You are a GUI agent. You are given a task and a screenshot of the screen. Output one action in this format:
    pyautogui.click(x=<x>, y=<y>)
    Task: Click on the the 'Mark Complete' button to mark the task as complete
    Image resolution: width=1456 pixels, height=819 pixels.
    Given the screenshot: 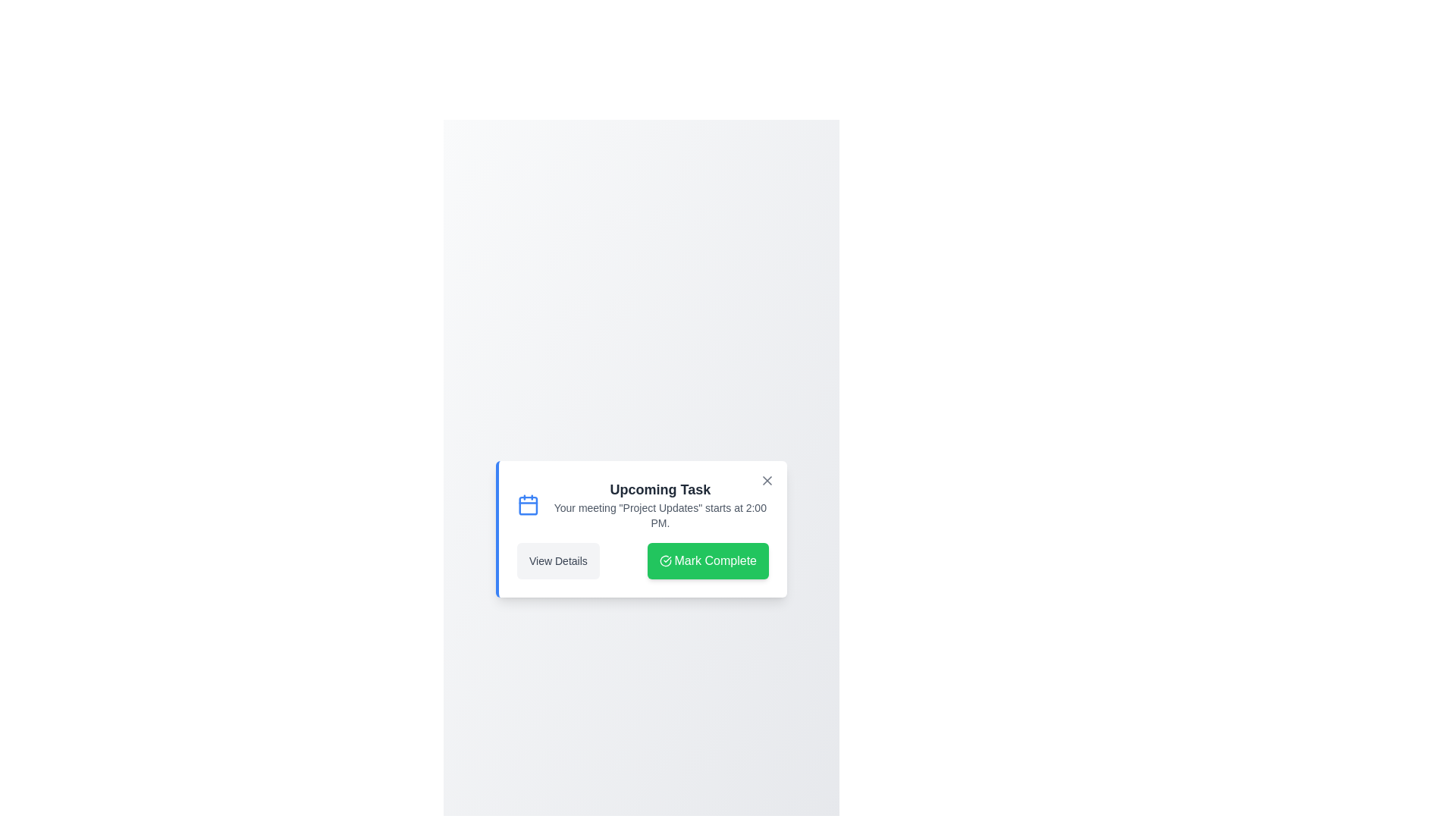 What is the action you would take?
    pyautogui.click(x=707, y=561)
    